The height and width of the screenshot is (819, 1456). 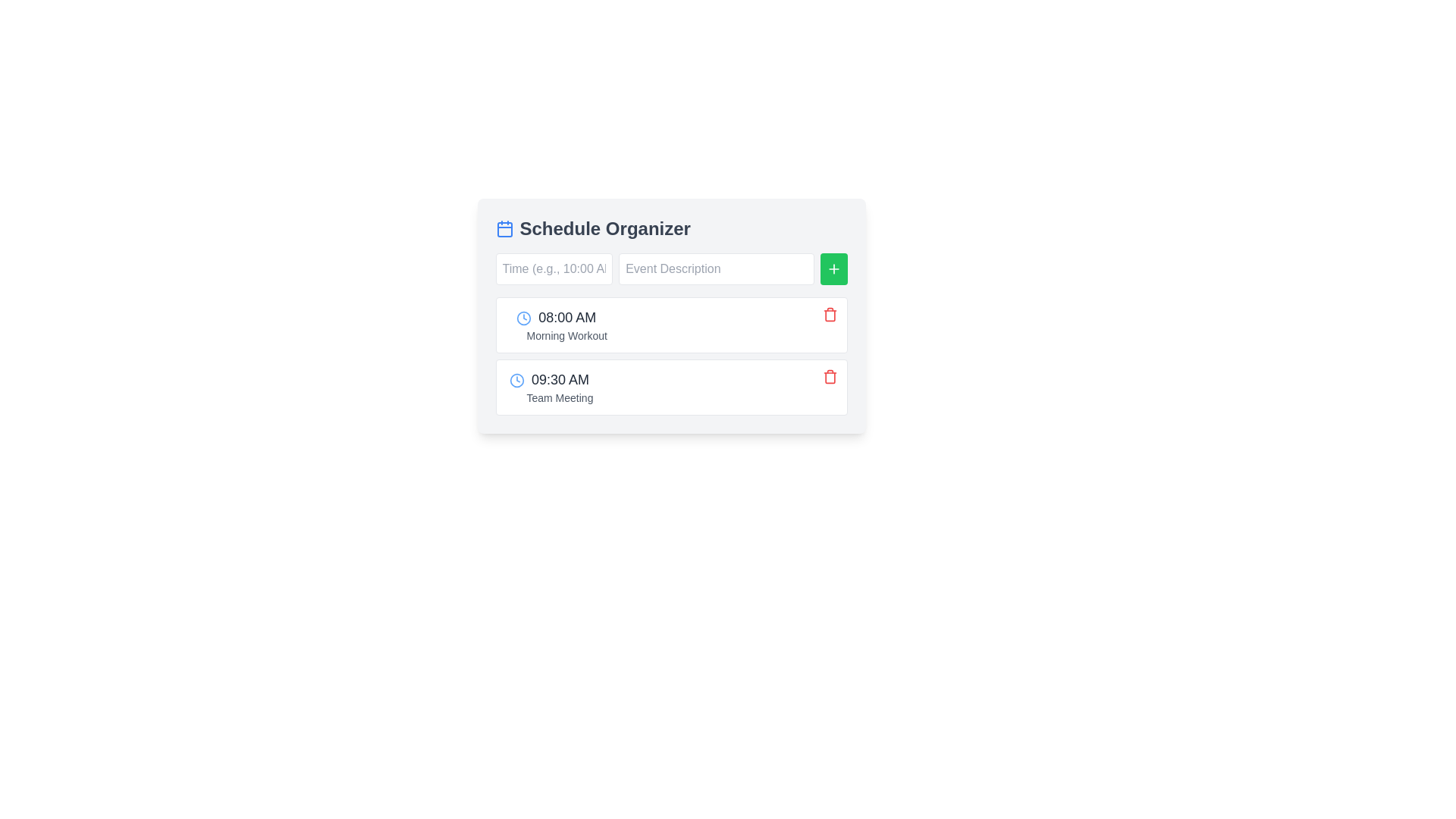 What do you see at coordinates (548, 386) in the screenshot?
I see `the Event Entry displaying '09:30 AM' and 'Team Meeting', which is the second item in the list of events within the schedule component` at bounding box center [548, 386].